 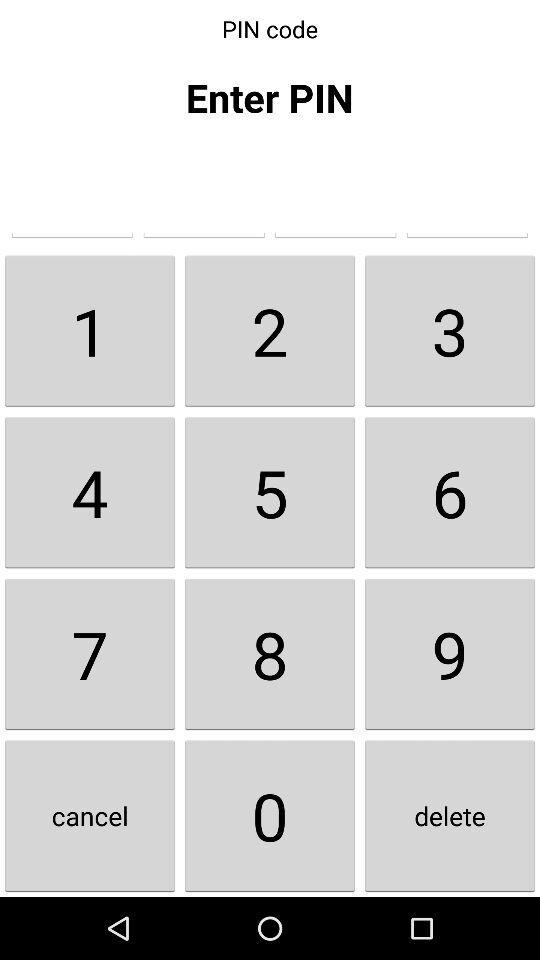 What do you see at coordinates (270, 330) in the screenshot?
I see `the button above 4 button` at bounding box center [270, 330].